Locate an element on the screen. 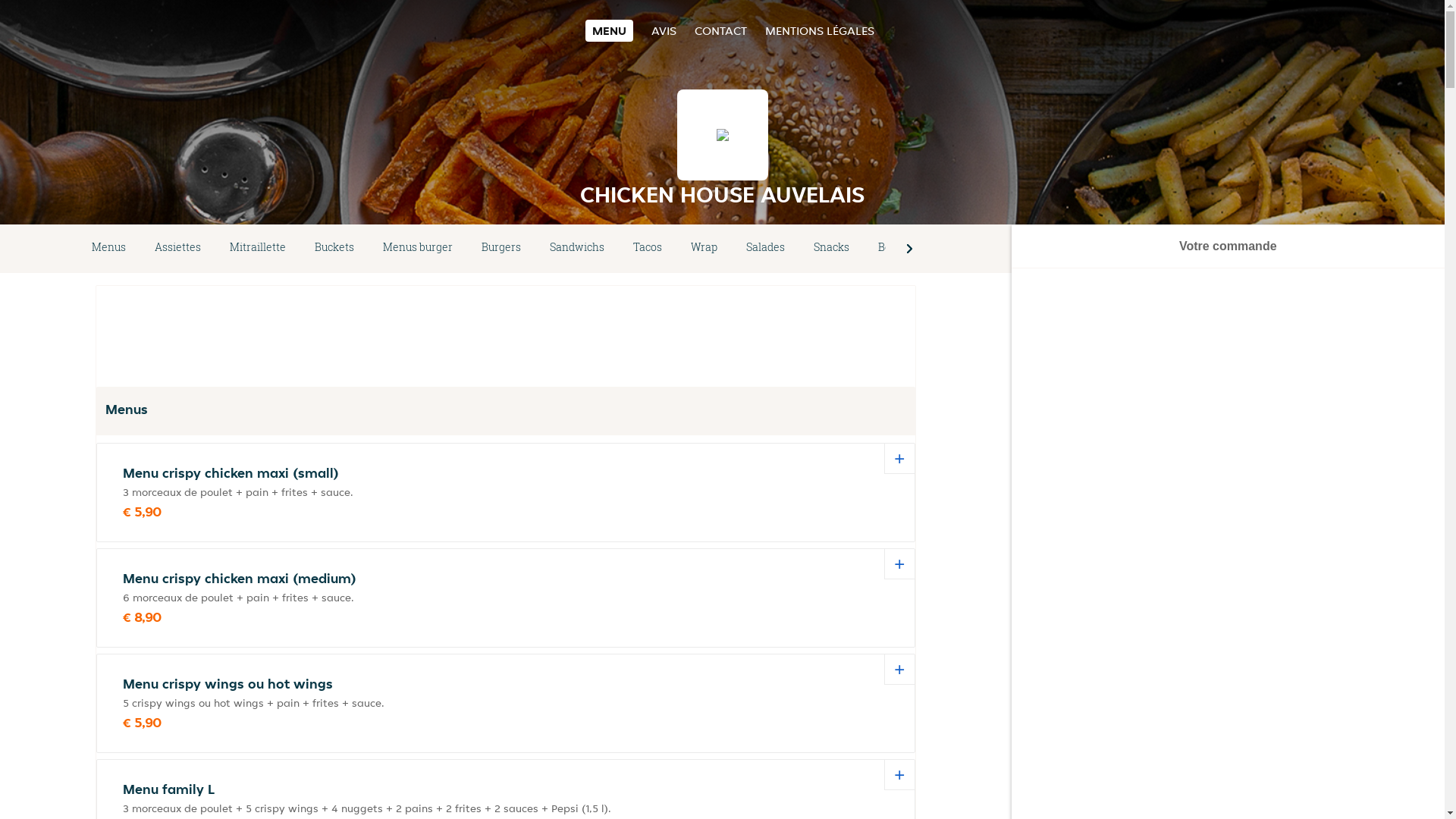 This screenshot has width=1456, height=819. 'CONTACT' is located at coordinates (720, 30).